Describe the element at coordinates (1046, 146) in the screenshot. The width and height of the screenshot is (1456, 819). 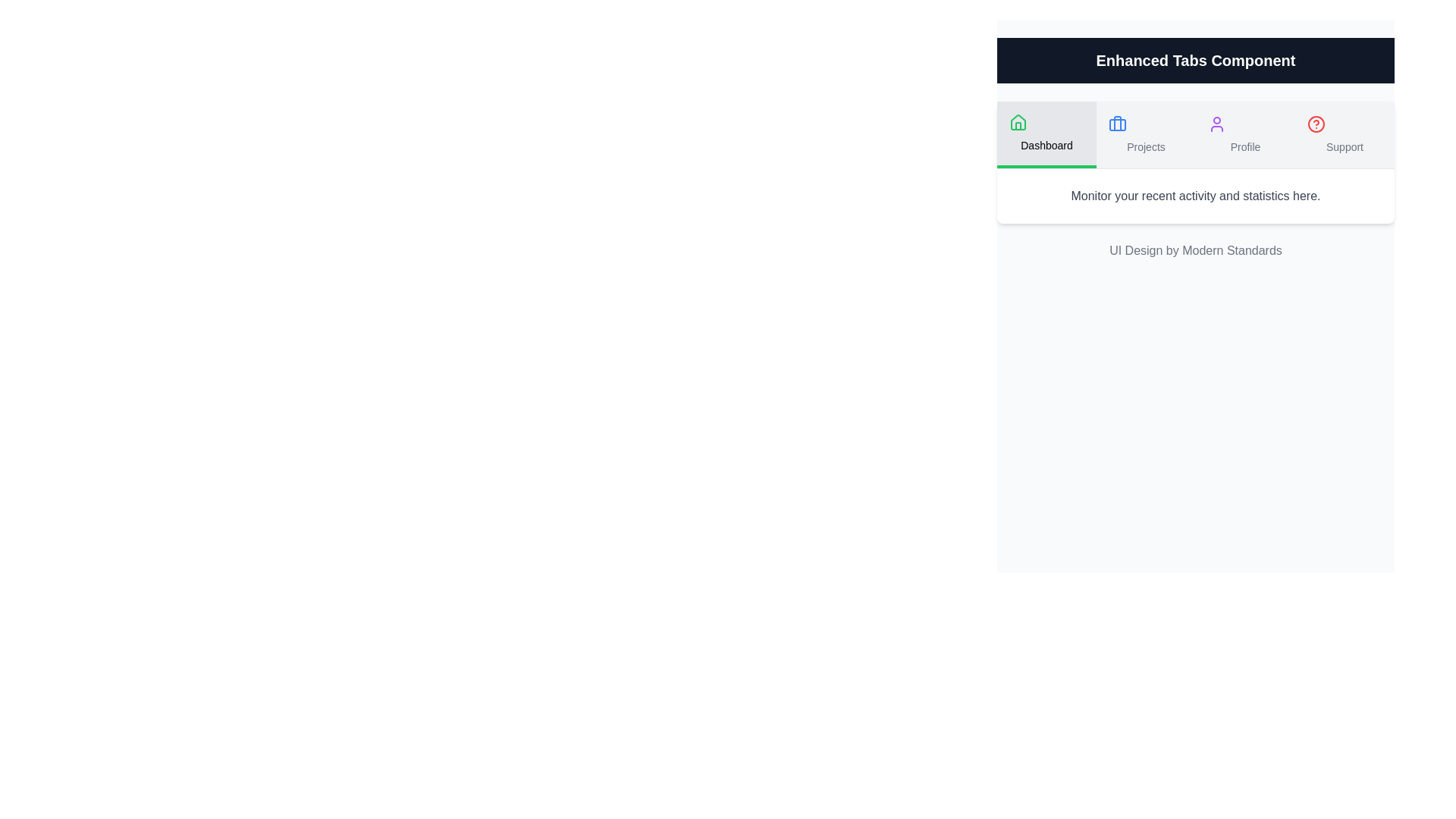
I see `the 'Dashboard' label located in the first navigation tab, directly below the house icon in the top navigation bar` at that location.